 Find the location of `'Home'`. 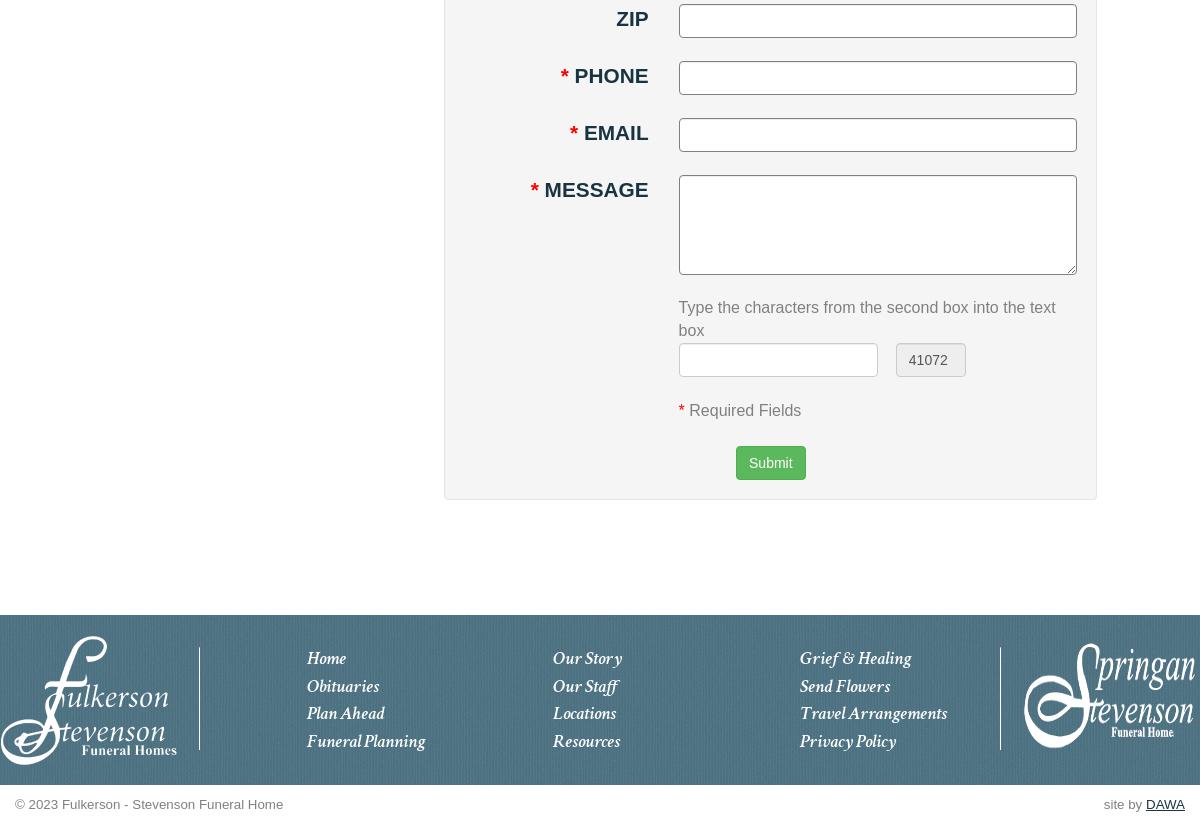

'Home' is located at coordinates (325, 657).